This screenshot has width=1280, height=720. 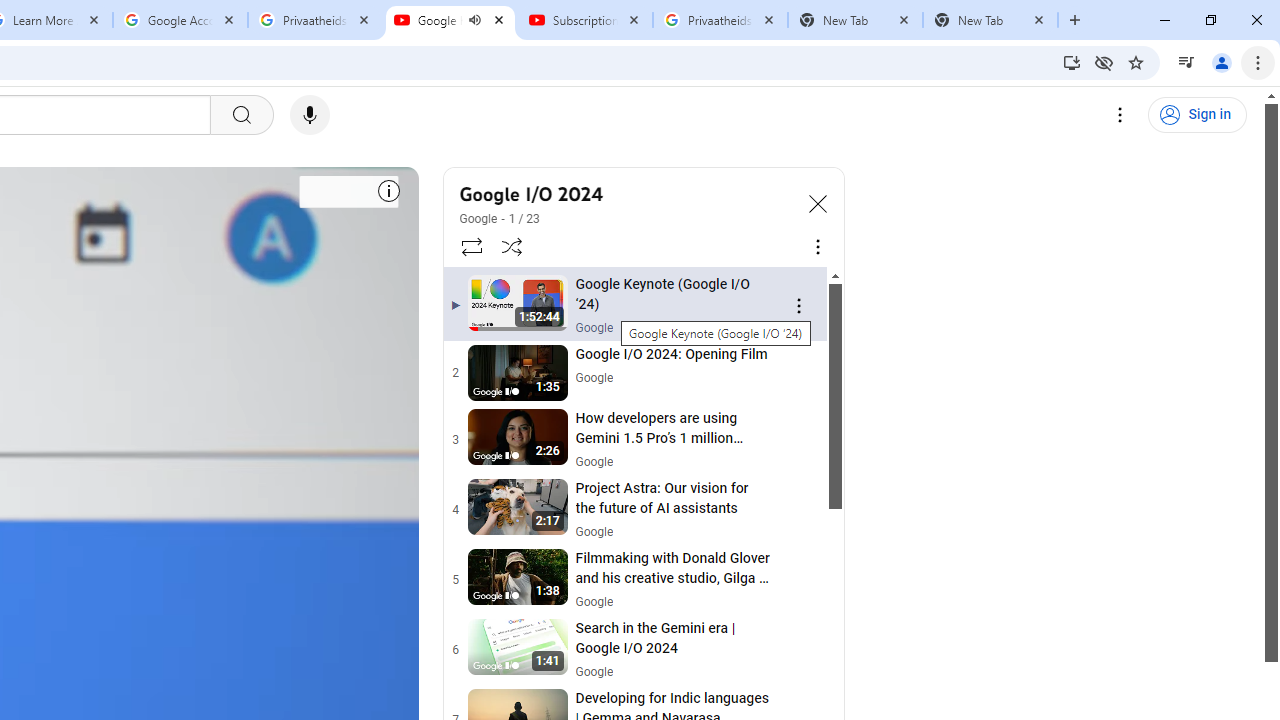 What do you see at coordinates (990, 20) in the screenshot?
I see `'New Tab'` at bounding box center [990, 20].